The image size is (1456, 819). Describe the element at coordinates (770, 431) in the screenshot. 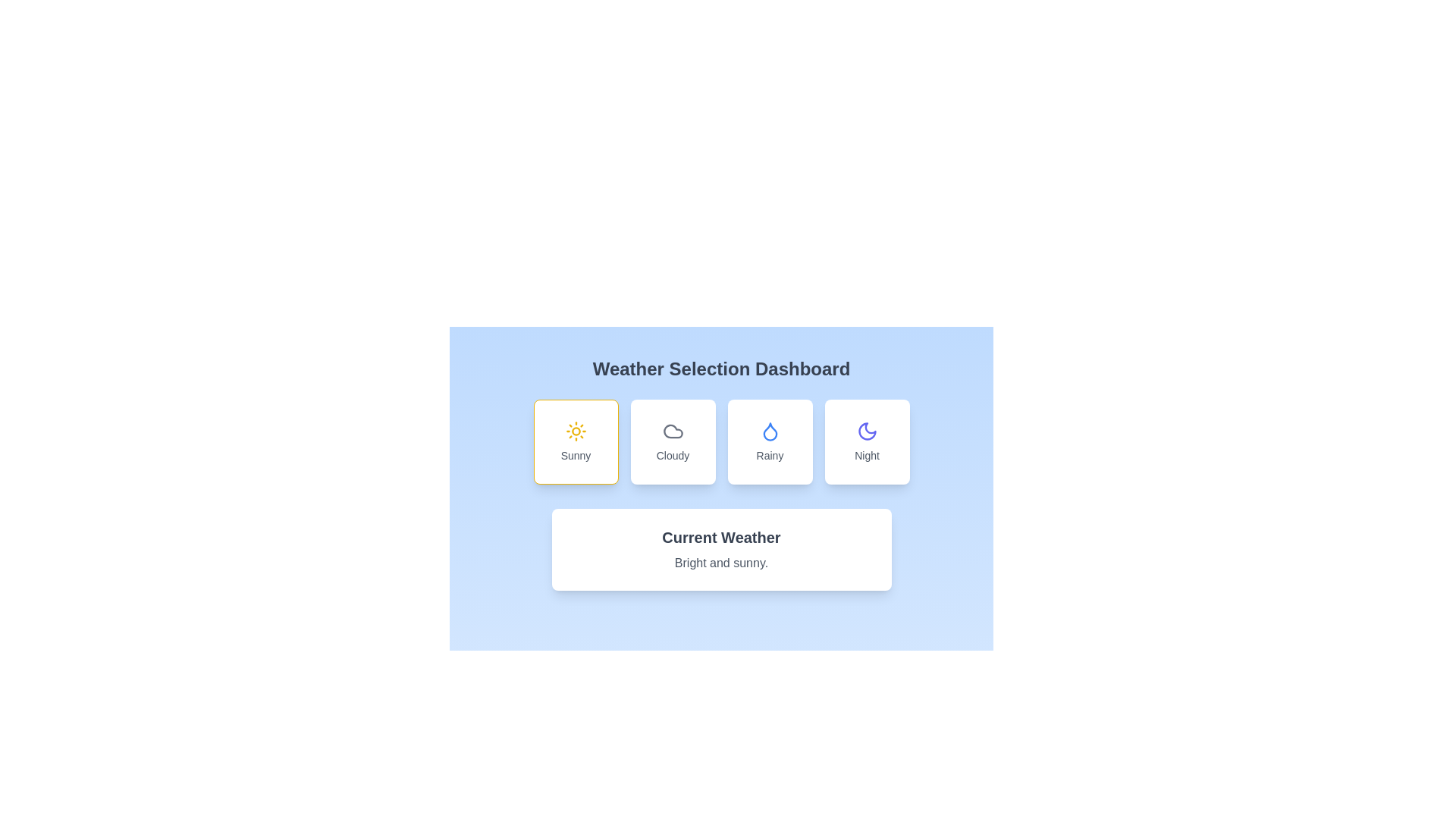

I see `the droplet icon representing the 'Rainy' button in the weather selection interface` at that location.